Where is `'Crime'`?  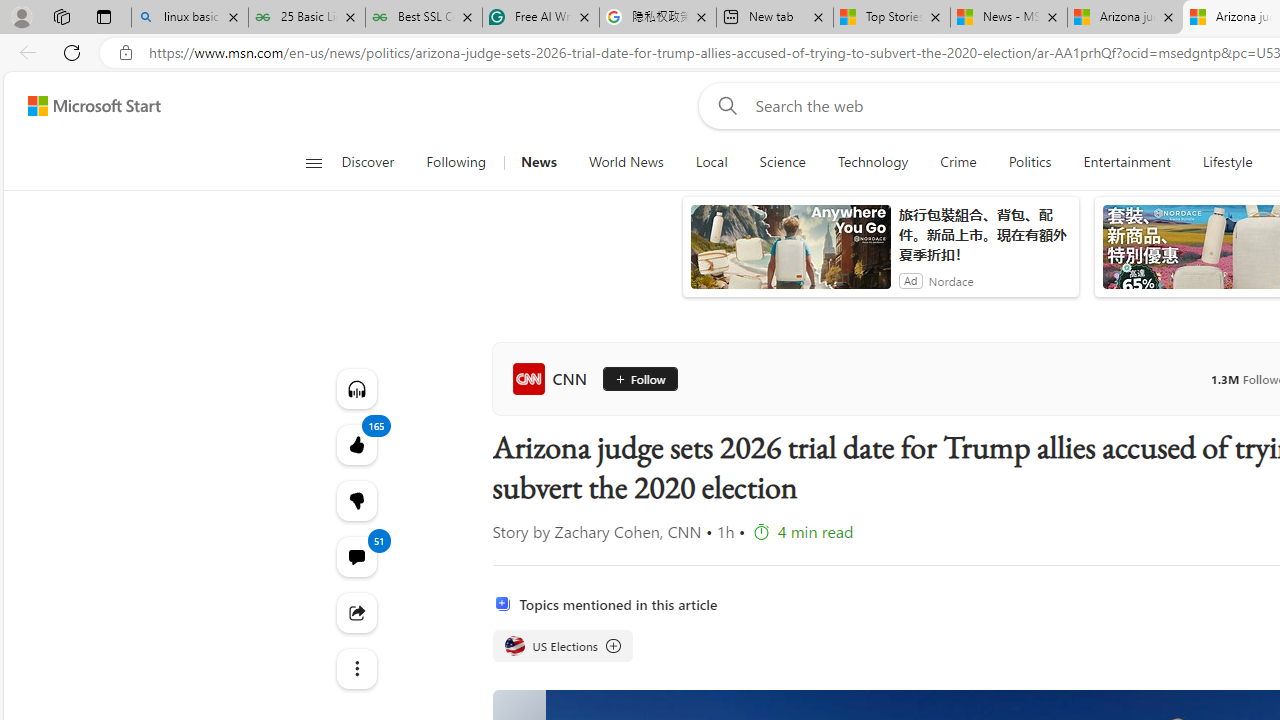
'Crime' is located at coordinates (957, 162).